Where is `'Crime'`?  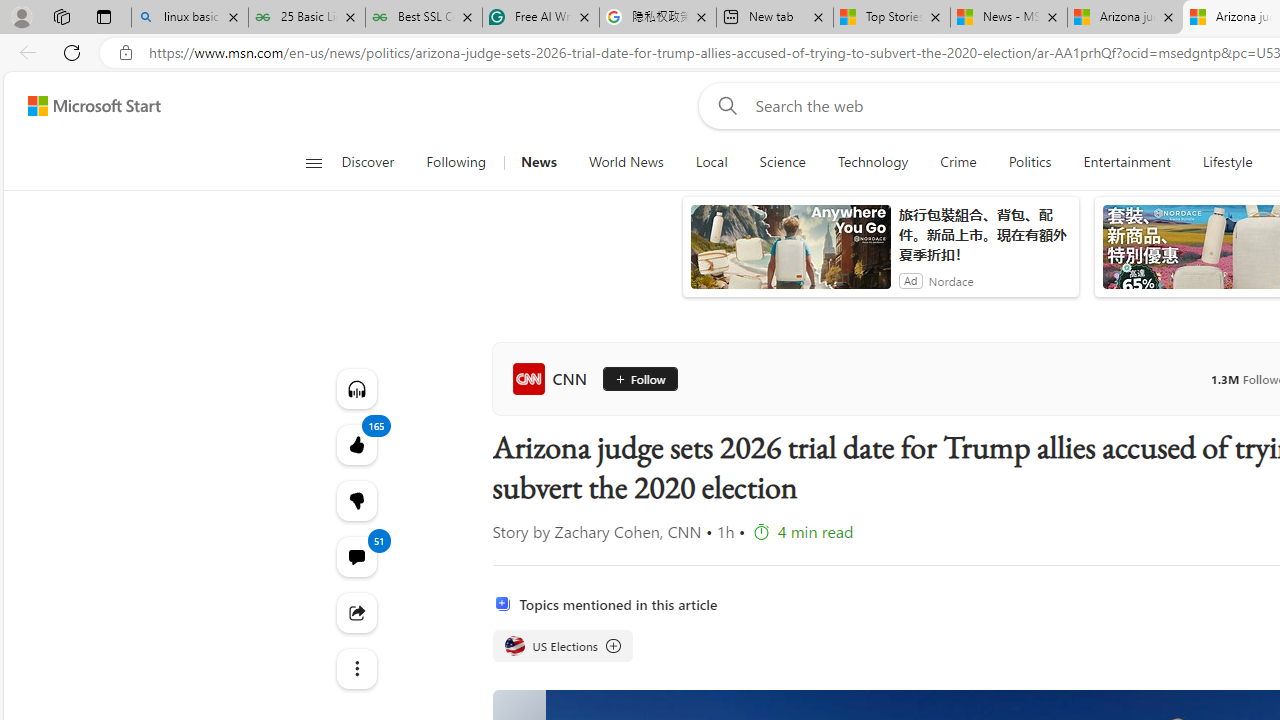
'Crime' is located at coordinates (957, 162).